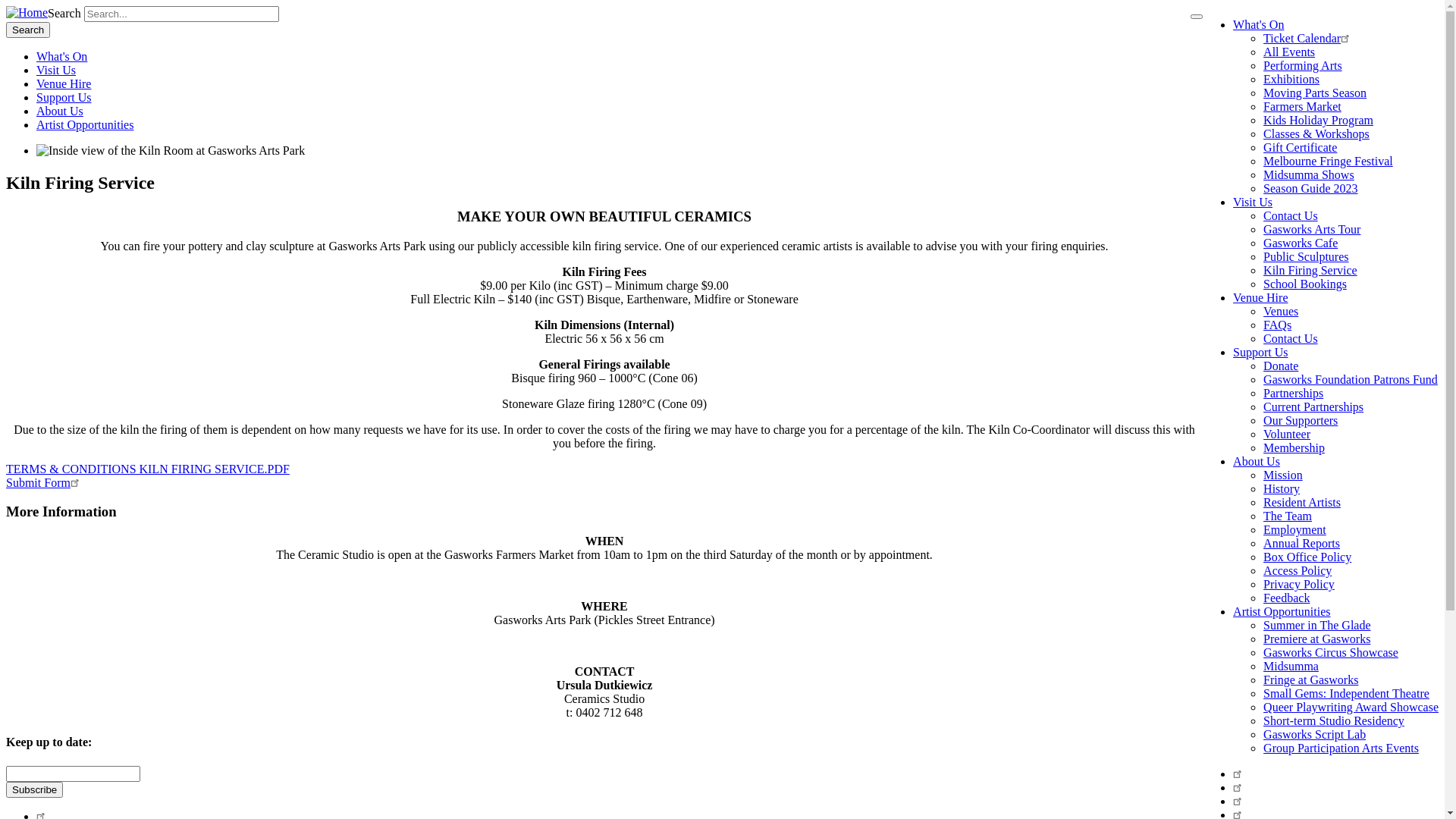 This screenshot has height=819, width=1456. What do you see at coordinates (1291, 79) in the screenshot?
I see `'Exhibitions'` at bounding box center [1291, 79].